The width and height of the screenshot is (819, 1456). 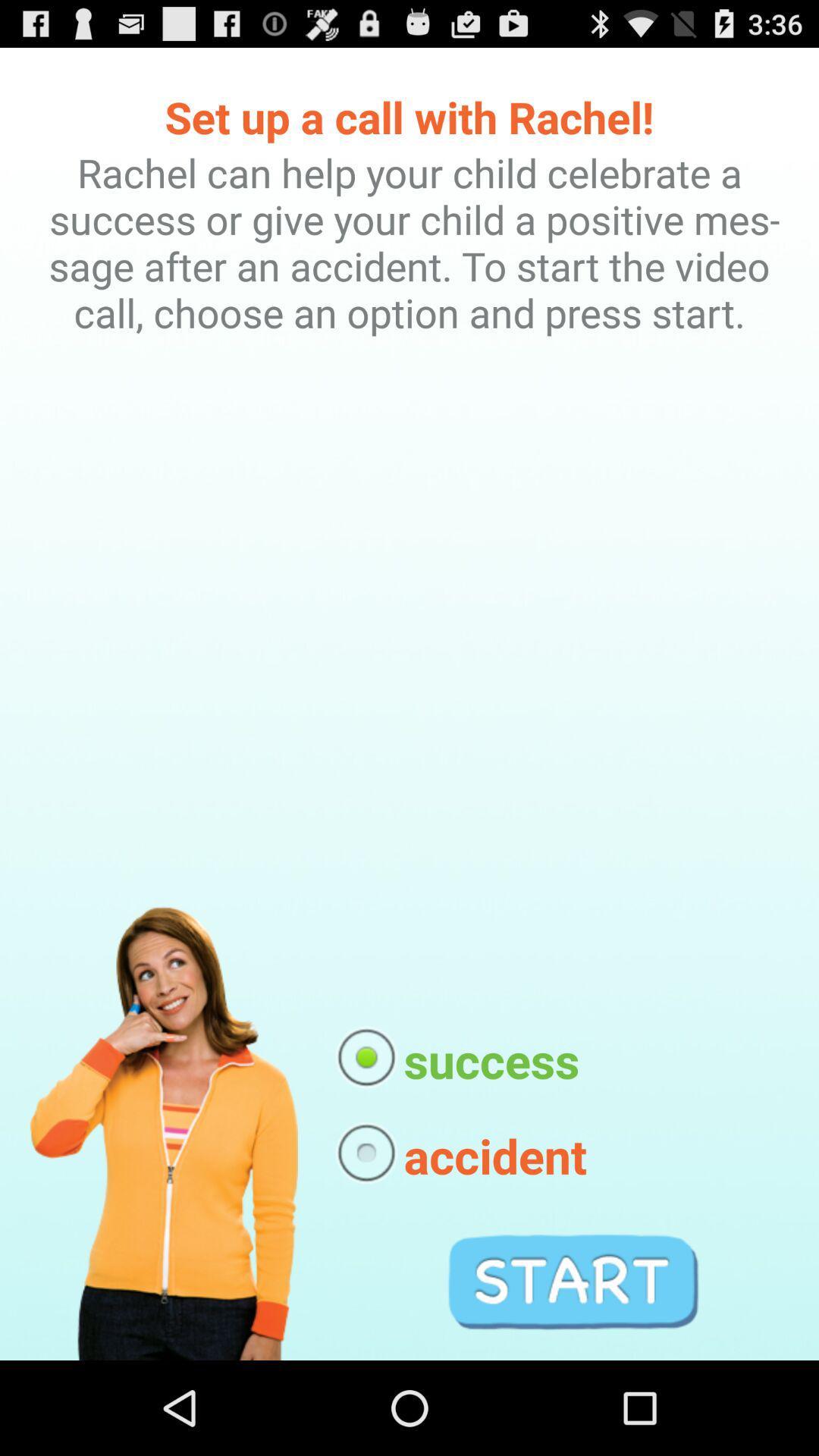 What do you see at coordinates (573, 1281) in the screenshot?
I see `the icon at the bottom right corner` at bounding box center [573, 1281].